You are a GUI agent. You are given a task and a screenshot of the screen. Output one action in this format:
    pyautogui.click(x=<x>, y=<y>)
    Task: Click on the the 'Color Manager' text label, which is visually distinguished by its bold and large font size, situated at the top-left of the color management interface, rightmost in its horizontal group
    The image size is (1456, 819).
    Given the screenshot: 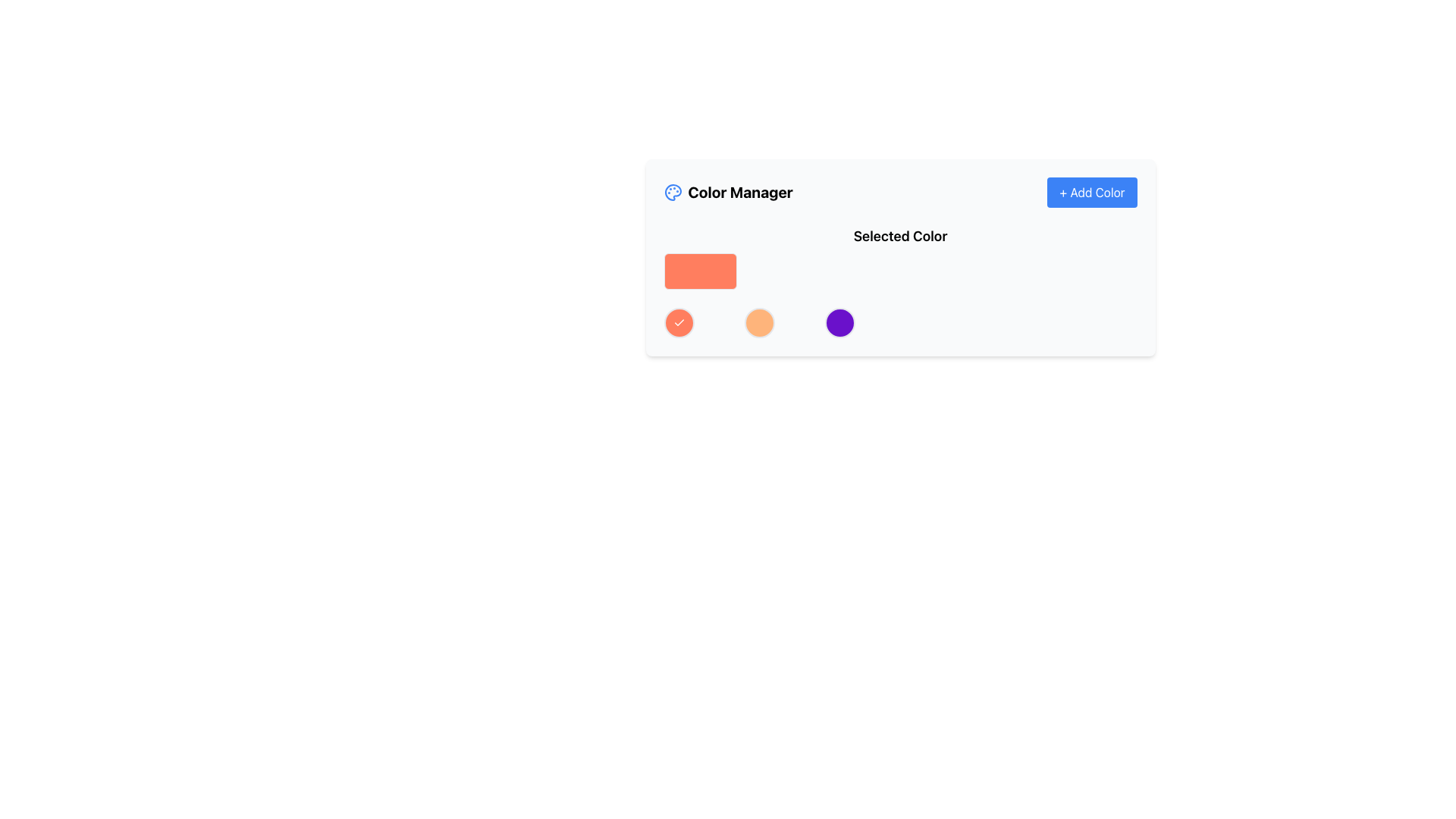 What is the action you would take?
    pyautogui.click(x=740, y=192)
    